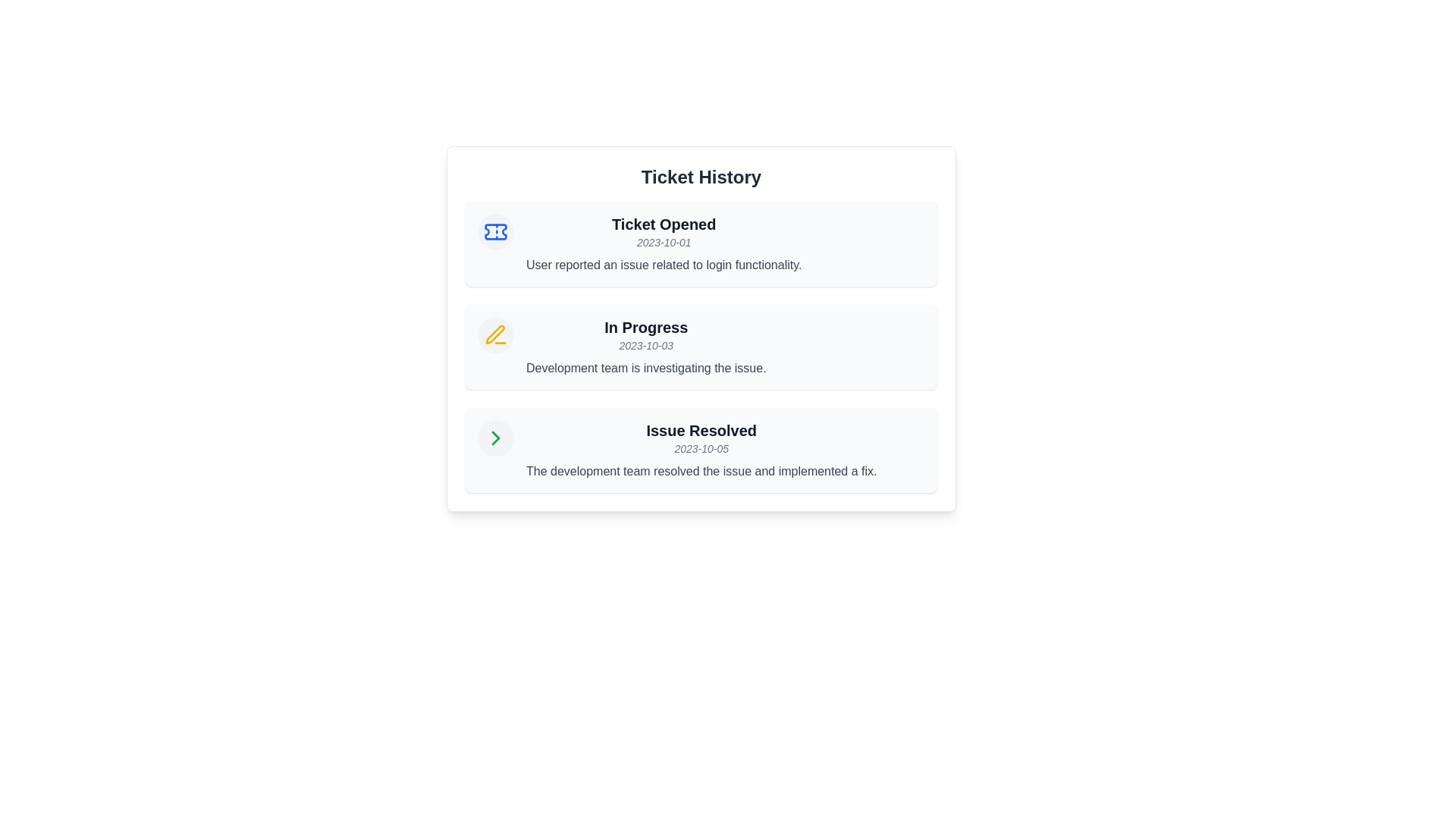 The width and height of the screenshot is (1456, 819). Describe the element at coordinates (495, 231) in the screenshot. I see `the icon representing an opened ticket` at that location.